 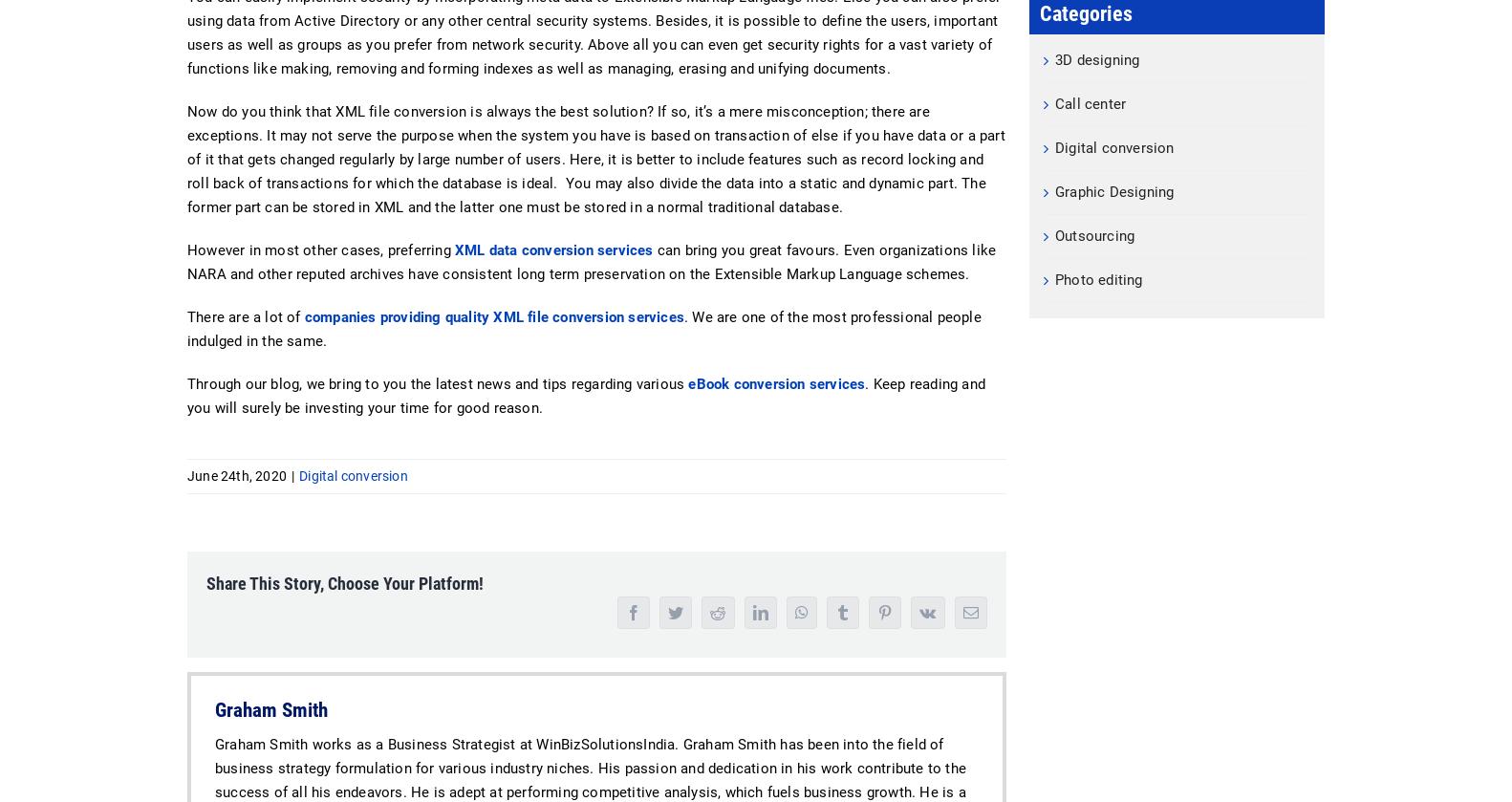 I want to click on 'Through our blog, we bring to you the latest news and tips regarding various', so click(x=187, y=383).